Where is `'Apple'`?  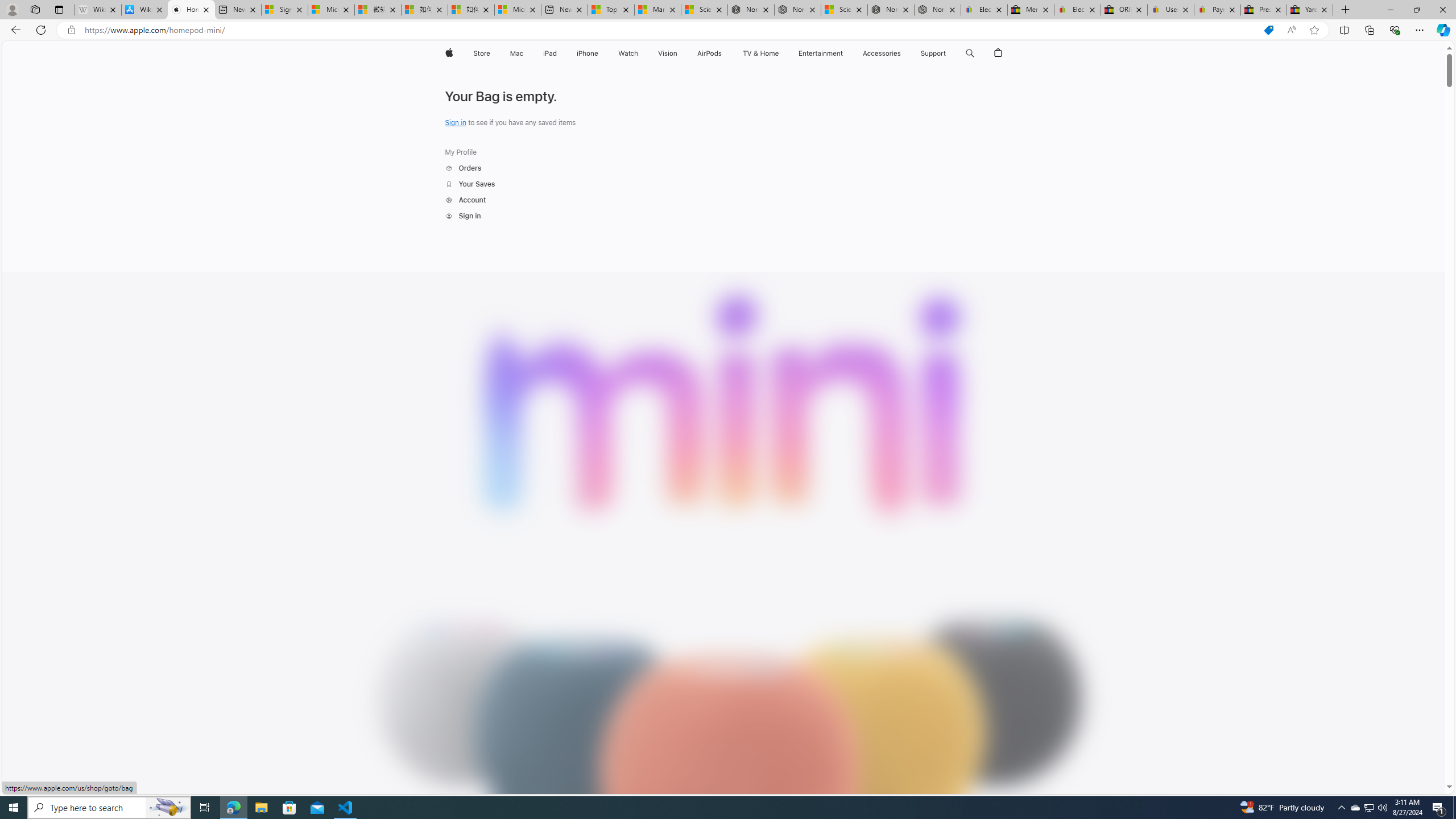 'Apple' is located at coordinates (448, 53).